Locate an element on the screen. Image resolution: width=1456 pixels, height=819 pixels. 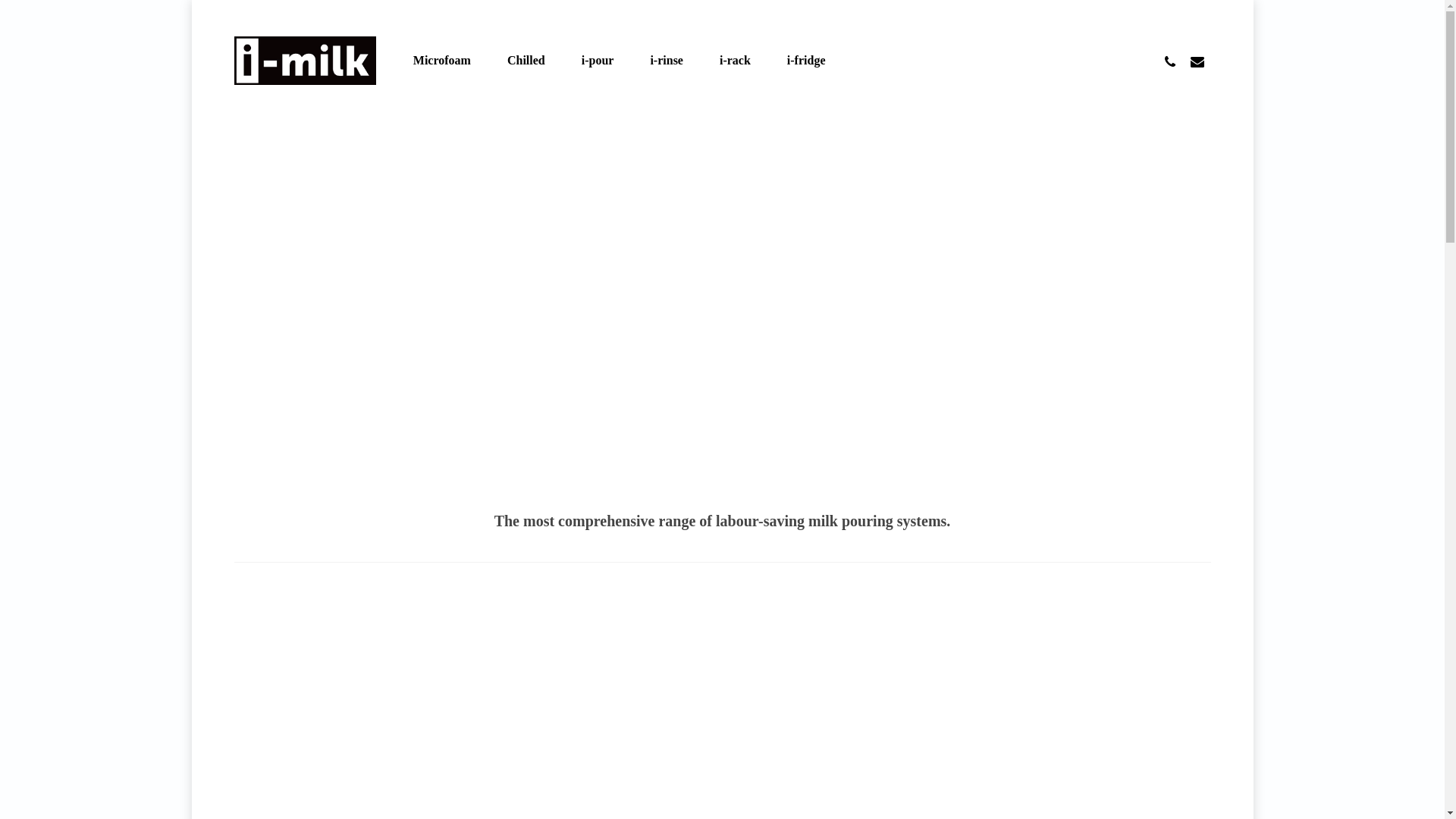
'email' is located at coordinates (1196, 59).